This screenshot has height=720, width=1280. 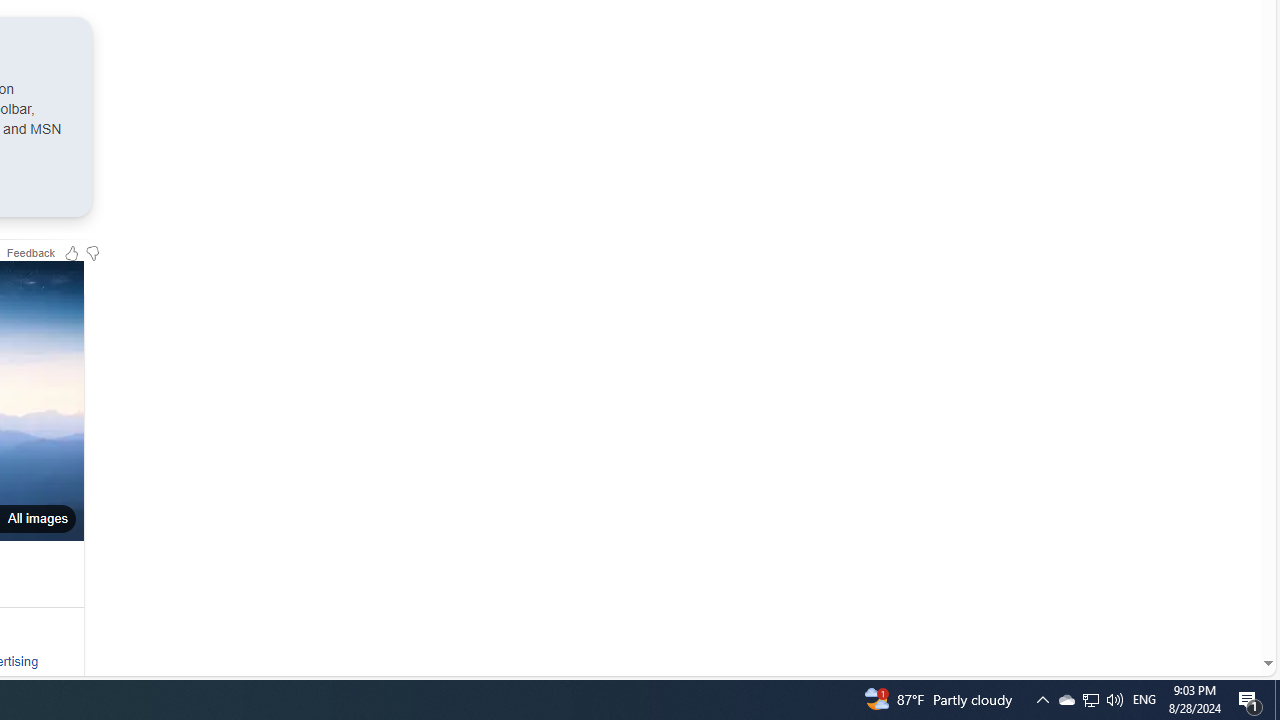 I want to click on 'Feedback Like', so click(x=71, y=251).